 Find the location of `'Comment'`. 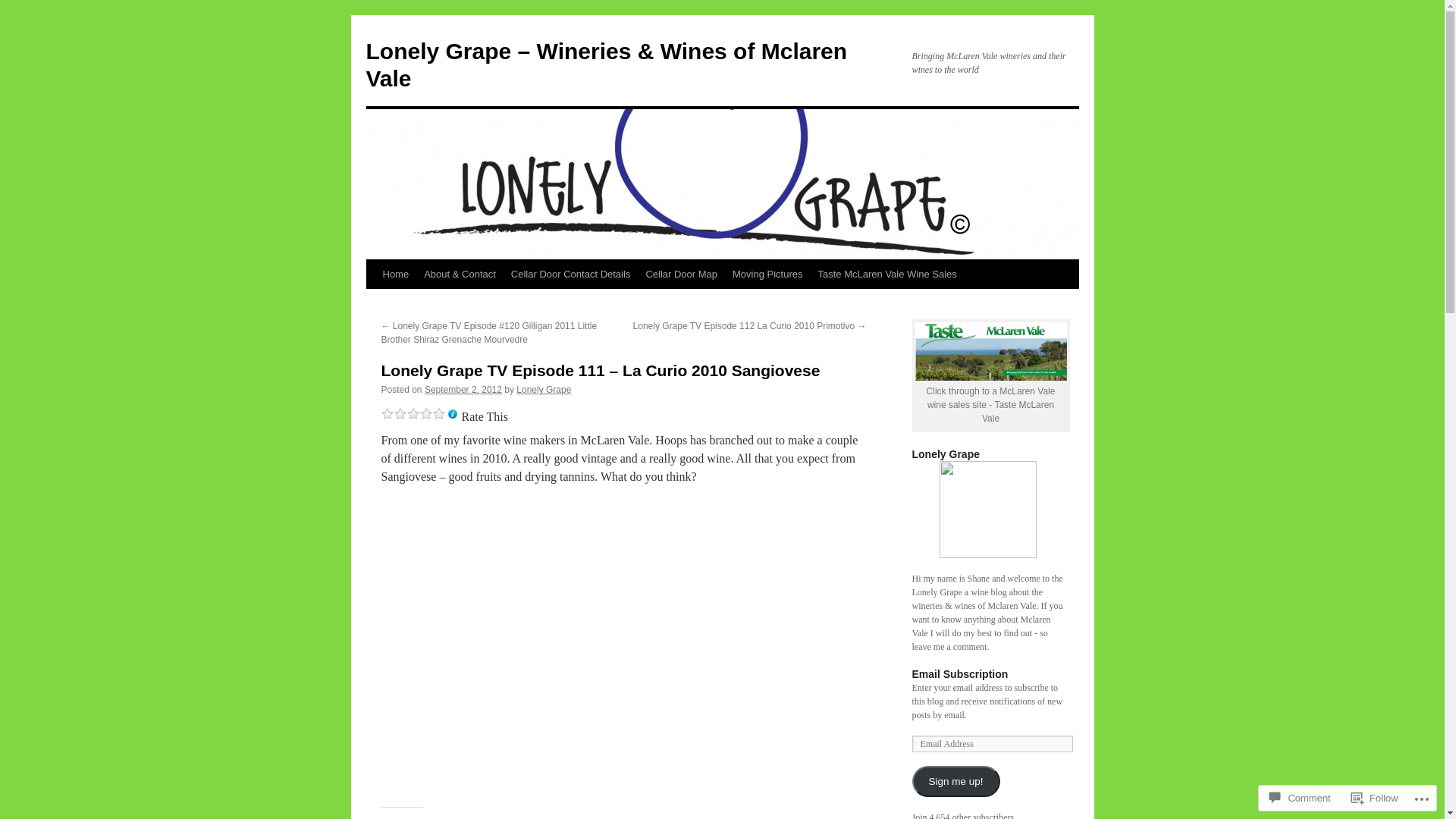

'Comment' is located at coordinates (1298, 797).